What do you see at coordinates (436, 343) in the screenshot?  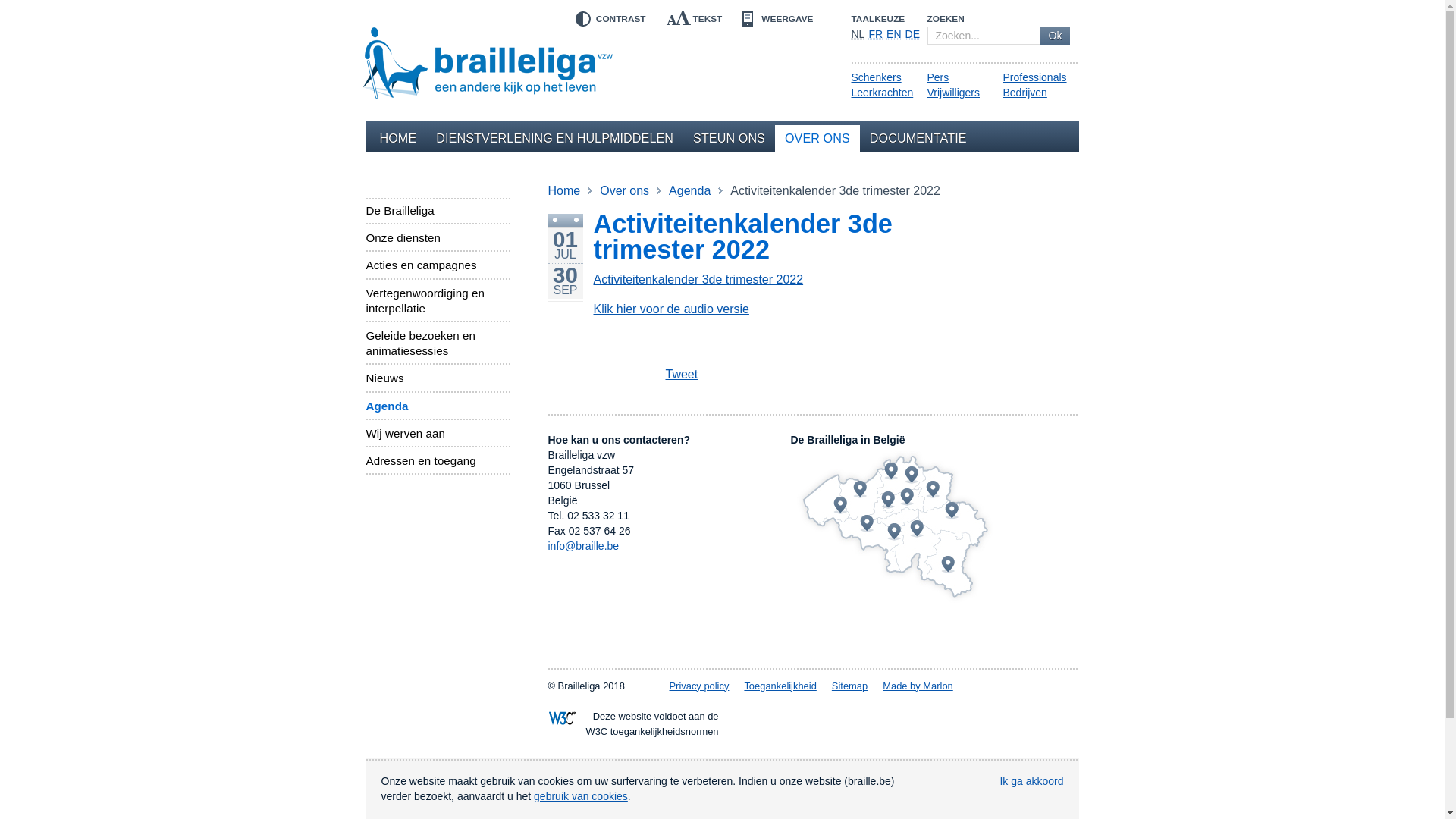 I see `'Geleide bezoeken en animatiesessies'` at bounding box center [436, 343].